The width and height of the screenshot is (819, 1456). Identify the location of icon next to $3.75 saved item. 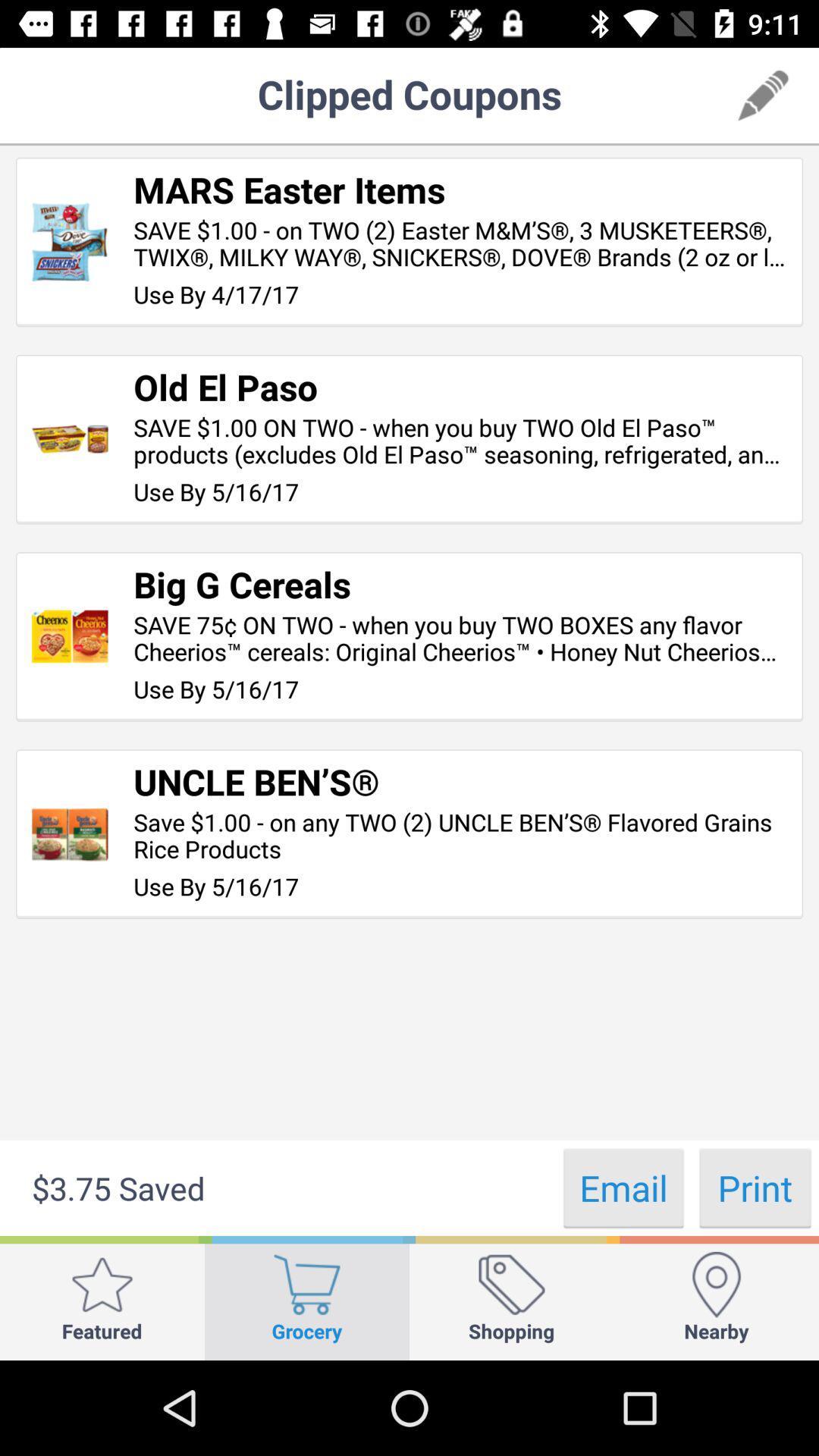
(623, 1187).